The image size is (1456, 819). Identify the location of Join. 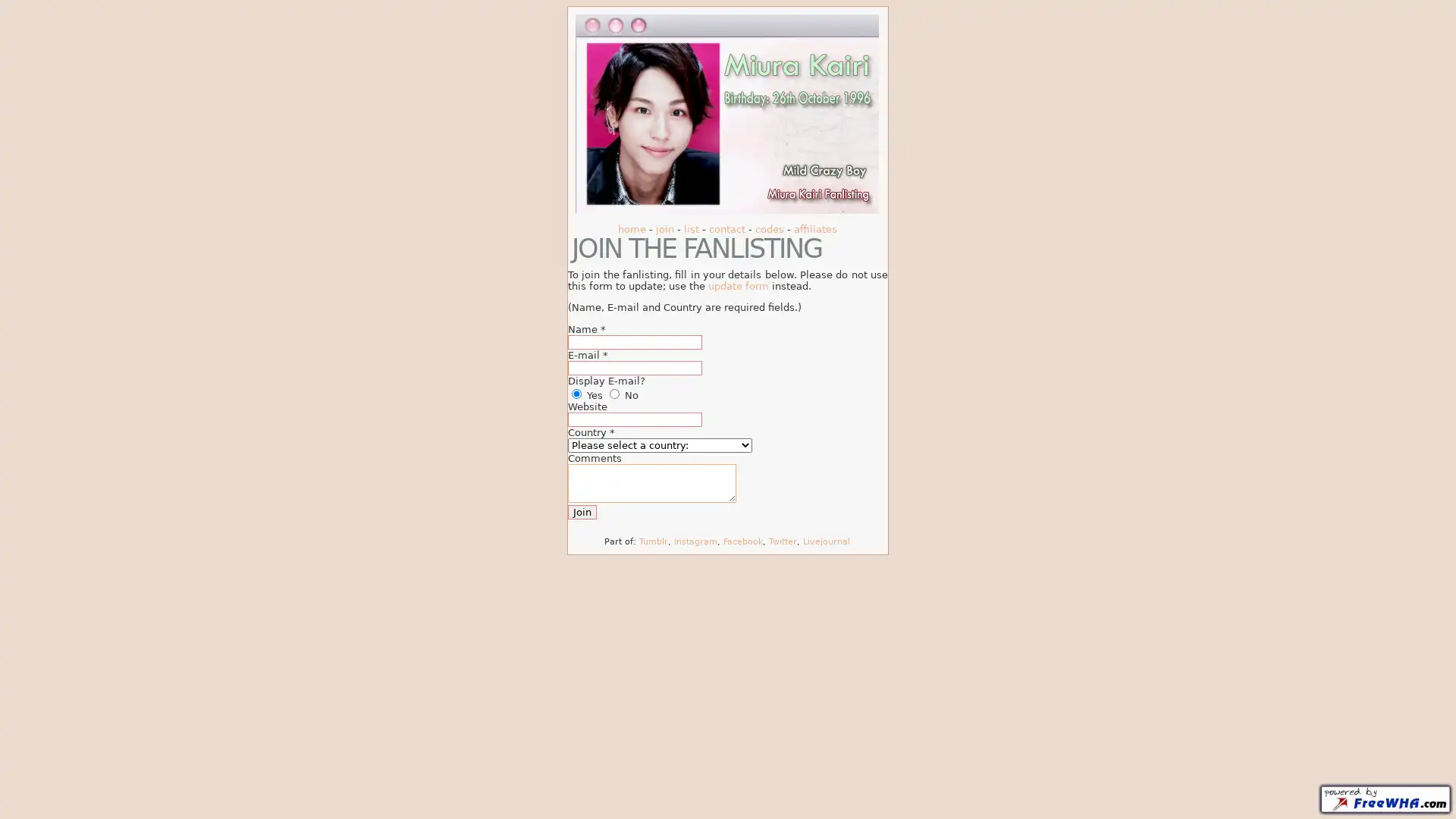
(582, 511).